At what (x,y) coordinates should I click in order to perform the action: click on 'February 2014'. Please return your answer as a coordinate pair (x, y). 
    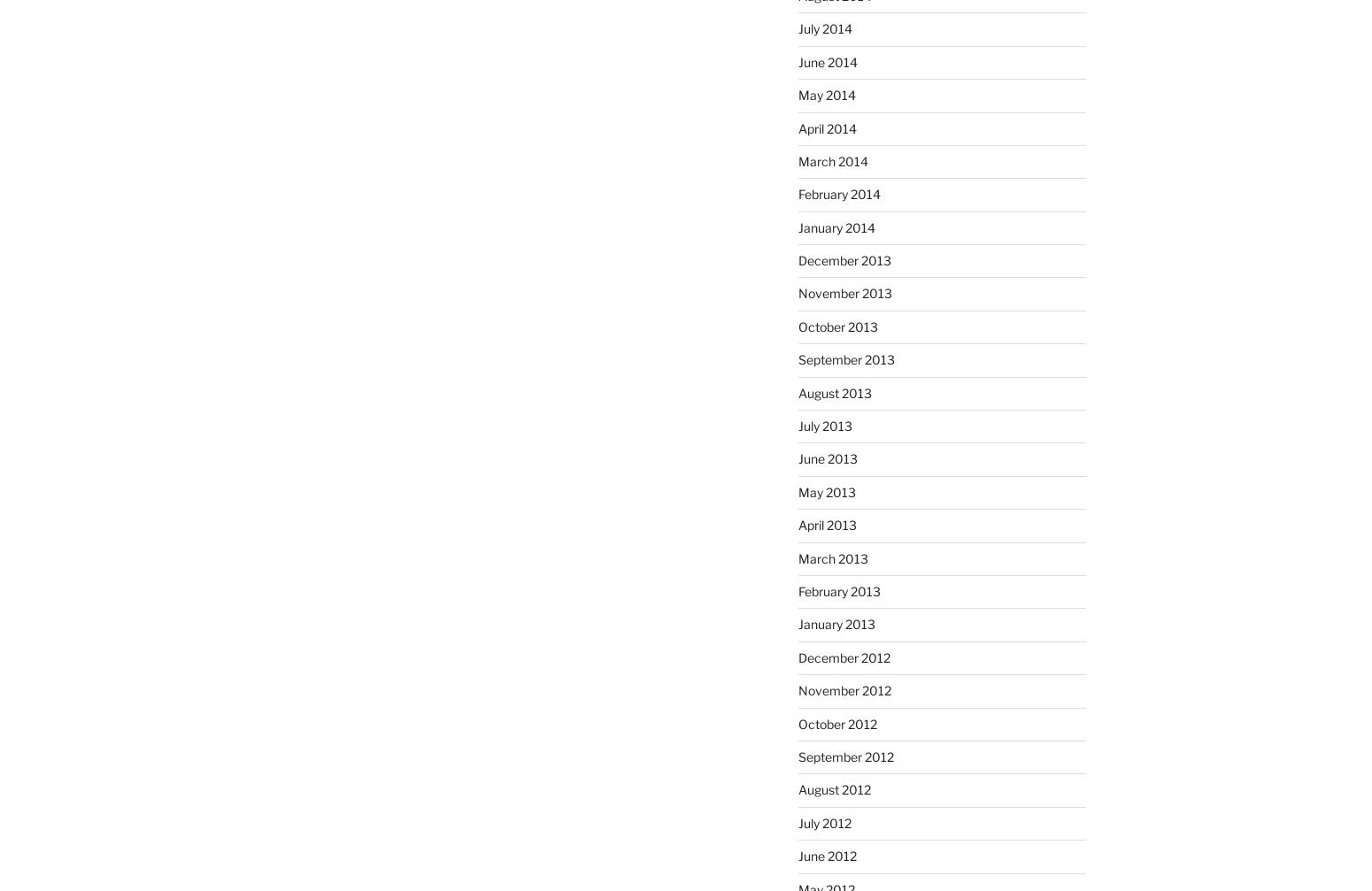
    Looking at the image, I should click on (837, 194).